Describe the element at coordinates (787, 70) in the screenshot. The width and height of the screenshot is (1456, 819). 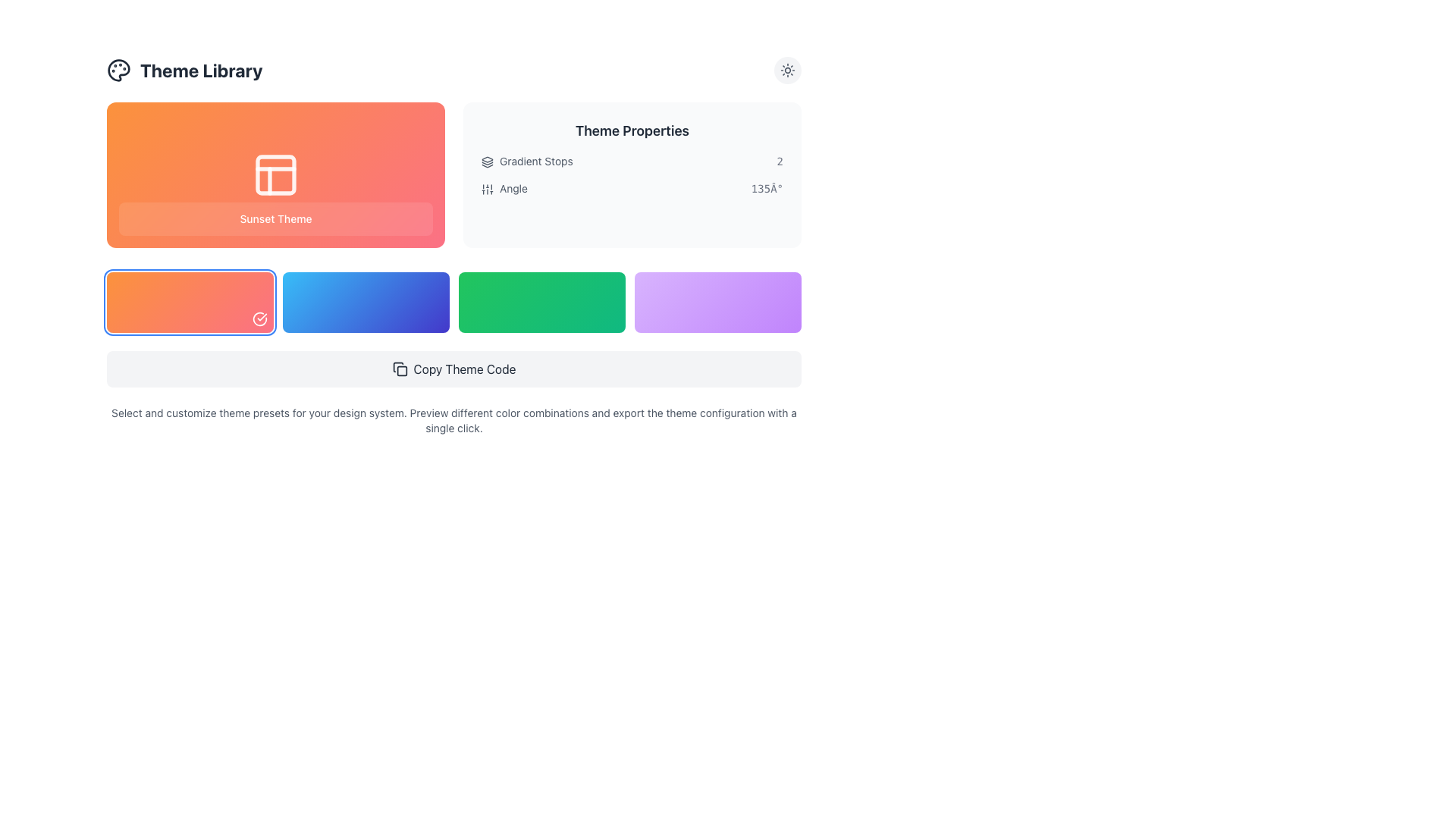
I see `the button with a sun icon located at the top-right corner of the interface` at that location.